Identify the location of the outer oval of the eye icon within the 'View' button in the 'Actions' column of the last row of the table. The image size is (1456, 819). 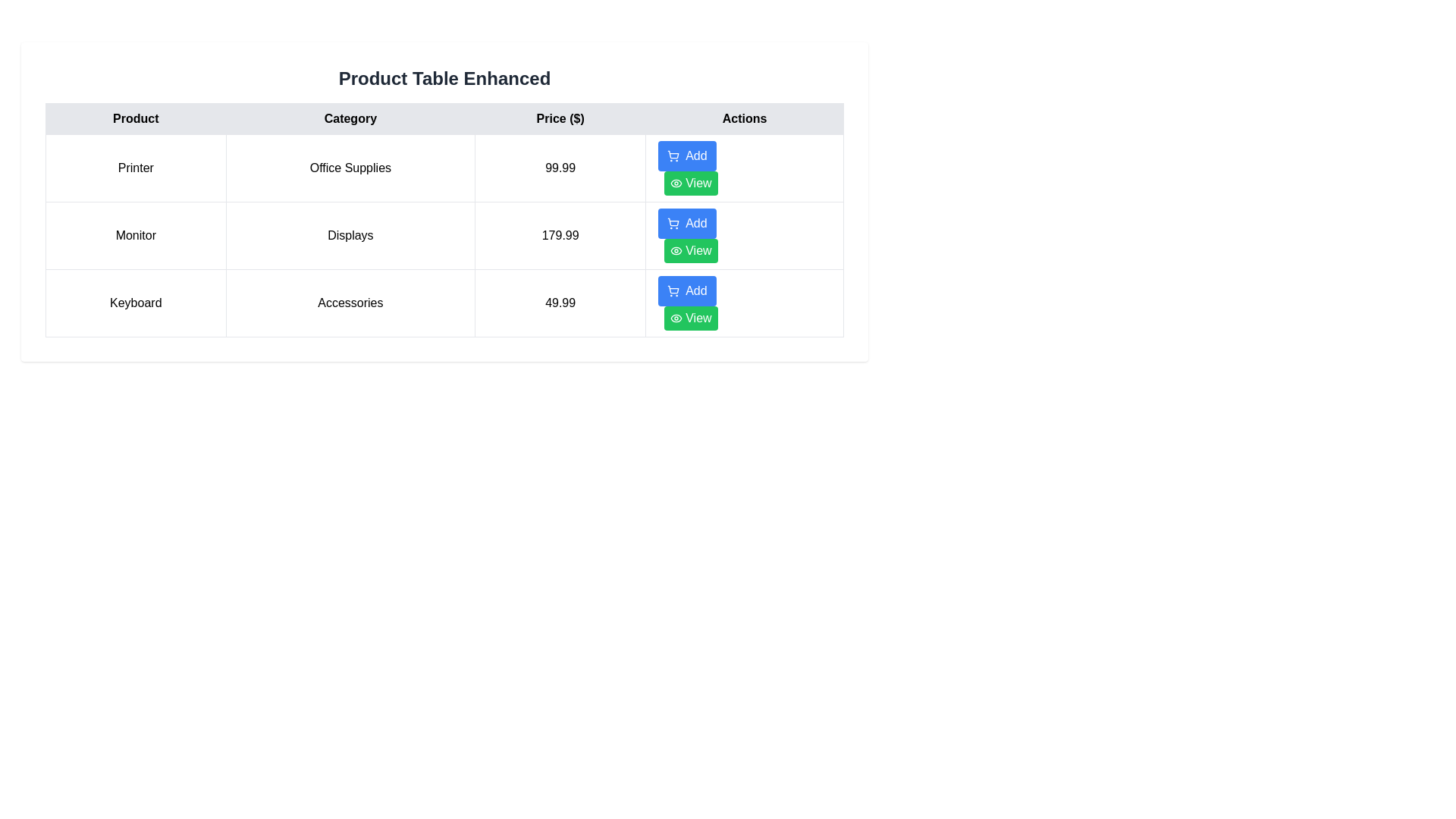
(676, 318).